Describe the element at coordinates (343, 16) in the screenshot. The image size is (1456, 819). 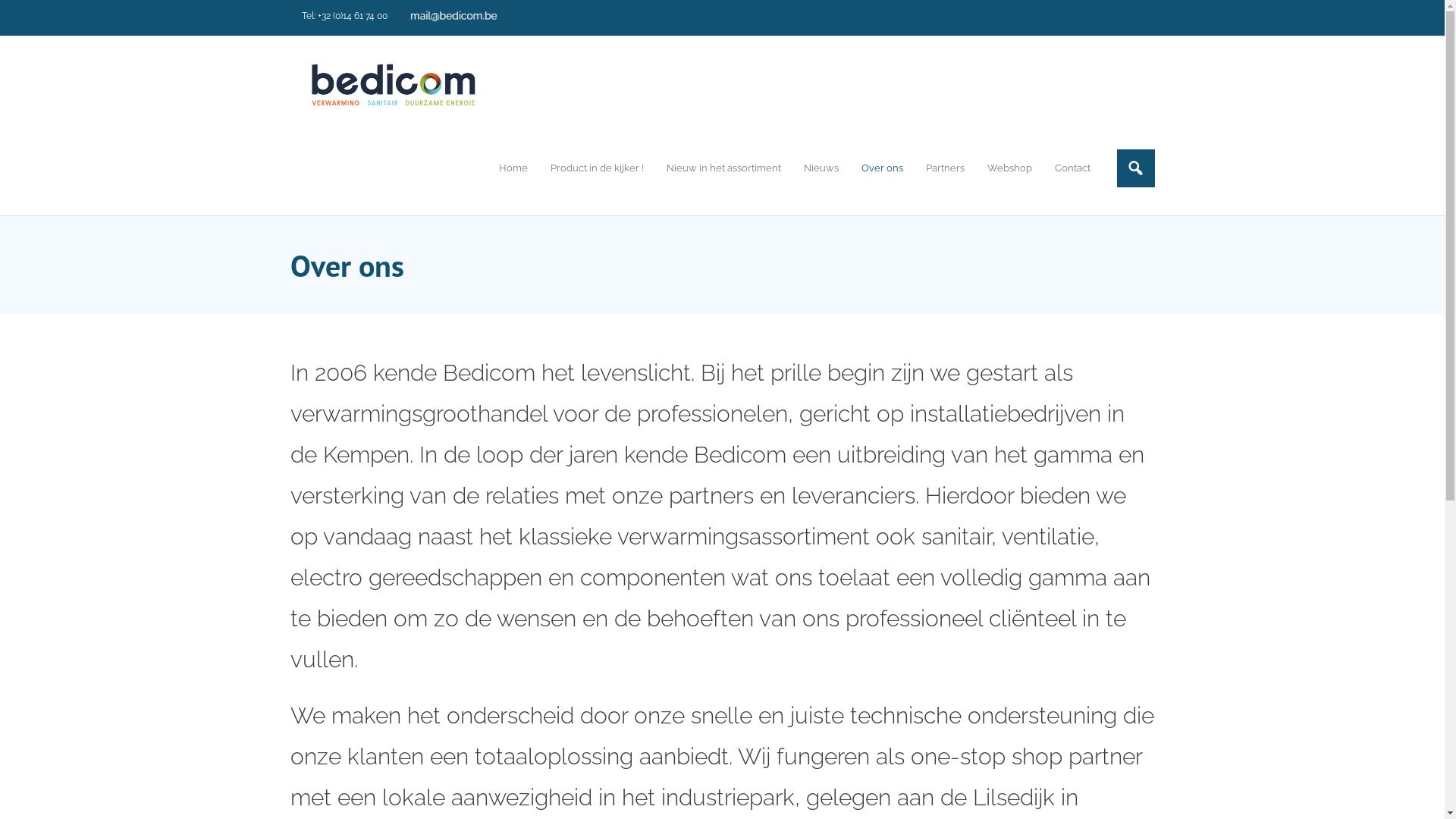
I see `'Tel: +32 (0)14 61 74 00'` at that location.